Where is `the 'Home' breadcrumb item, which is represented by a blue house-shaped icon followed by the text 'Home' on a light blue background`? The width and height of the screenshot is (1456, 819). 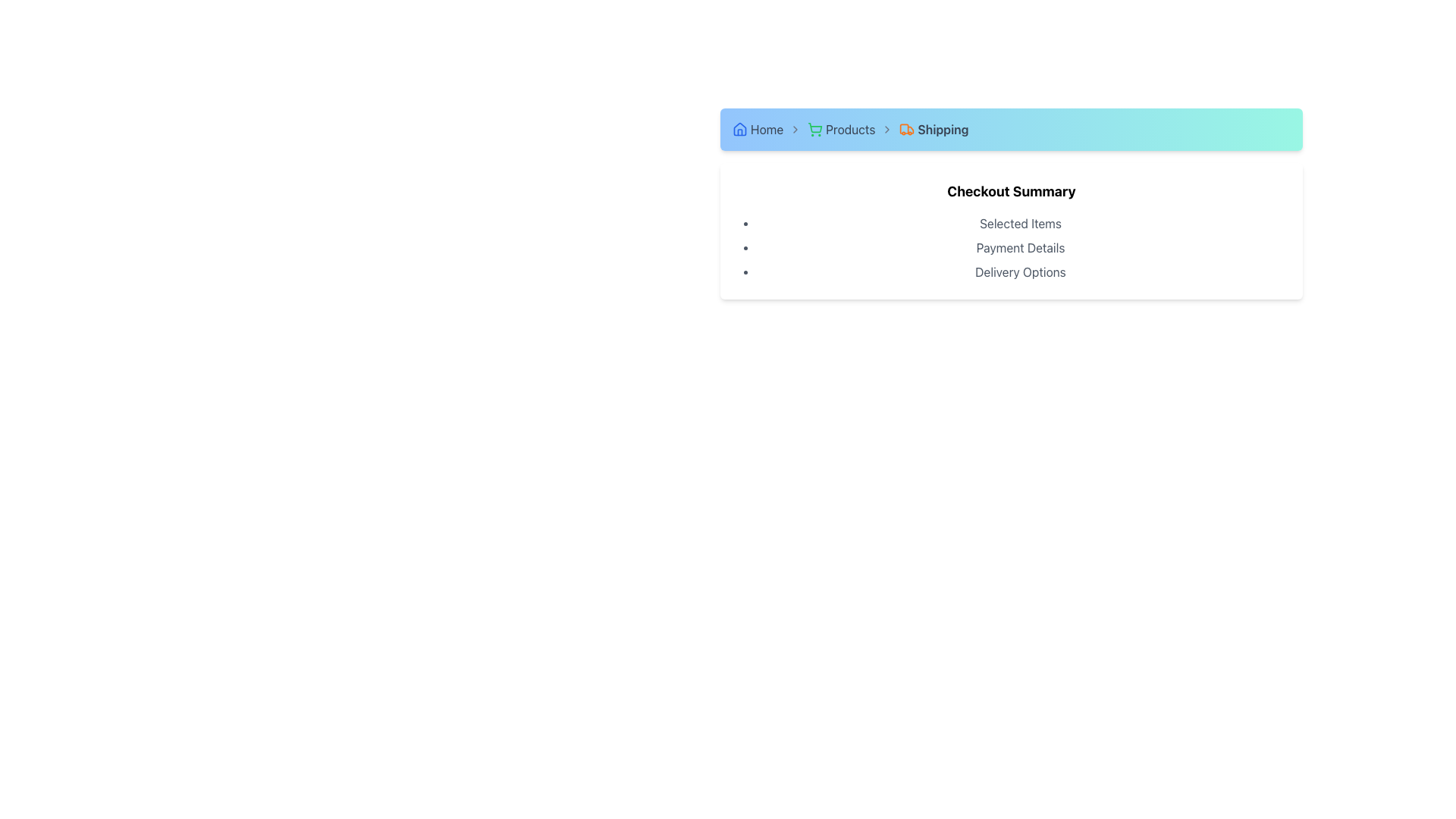
the 'Home' breadcrumb item, which is represented by a blue house-shaped icon followed by the text 'Home' on a light blue background is located at coordinates (758, 128).